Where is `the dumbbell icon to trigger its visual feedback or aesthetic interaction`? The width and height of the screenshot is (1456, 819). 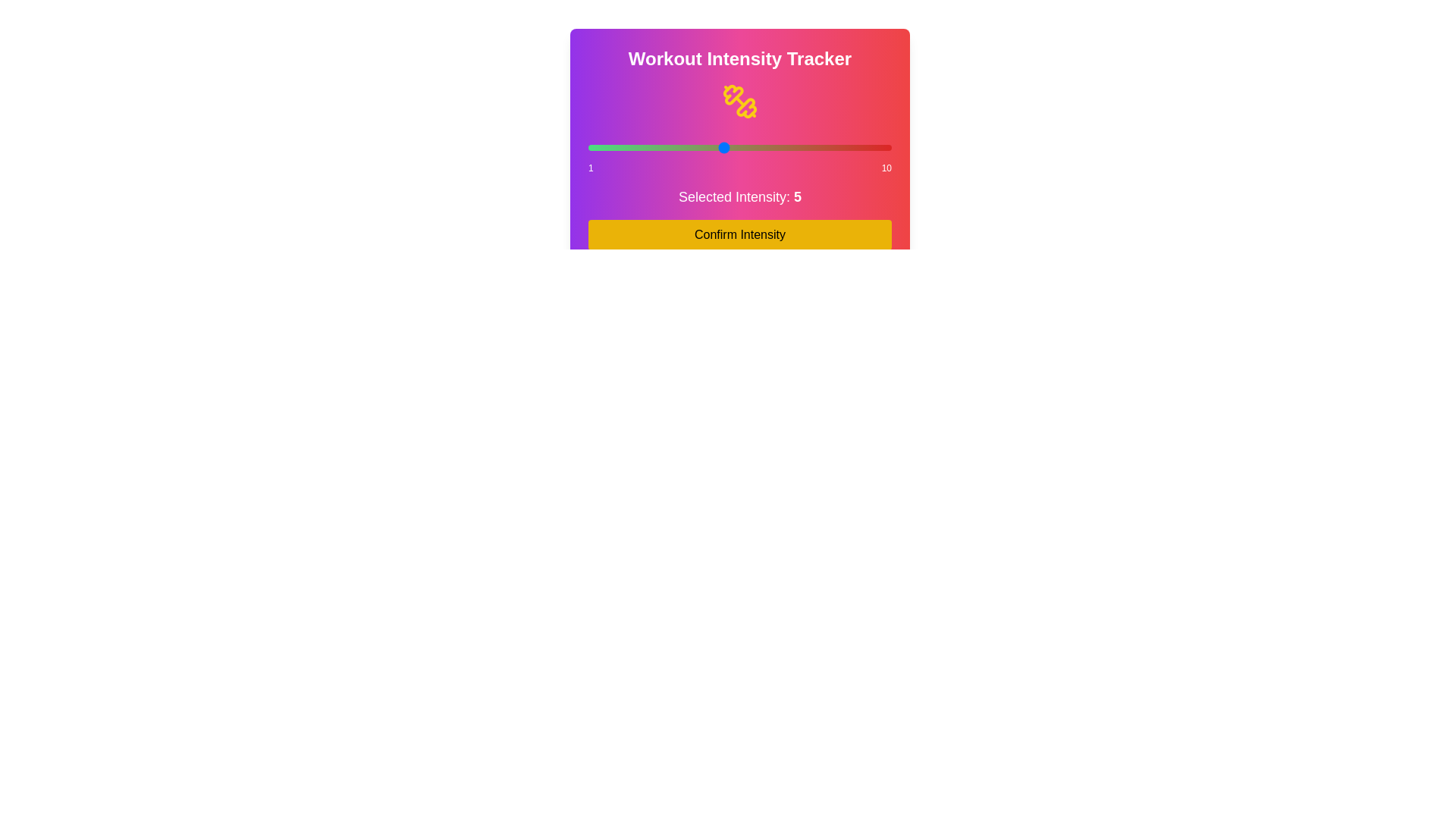 the dumbbell icon to trigger its visual feedback or aesthetic interaction is located at coordinates (739, 102).